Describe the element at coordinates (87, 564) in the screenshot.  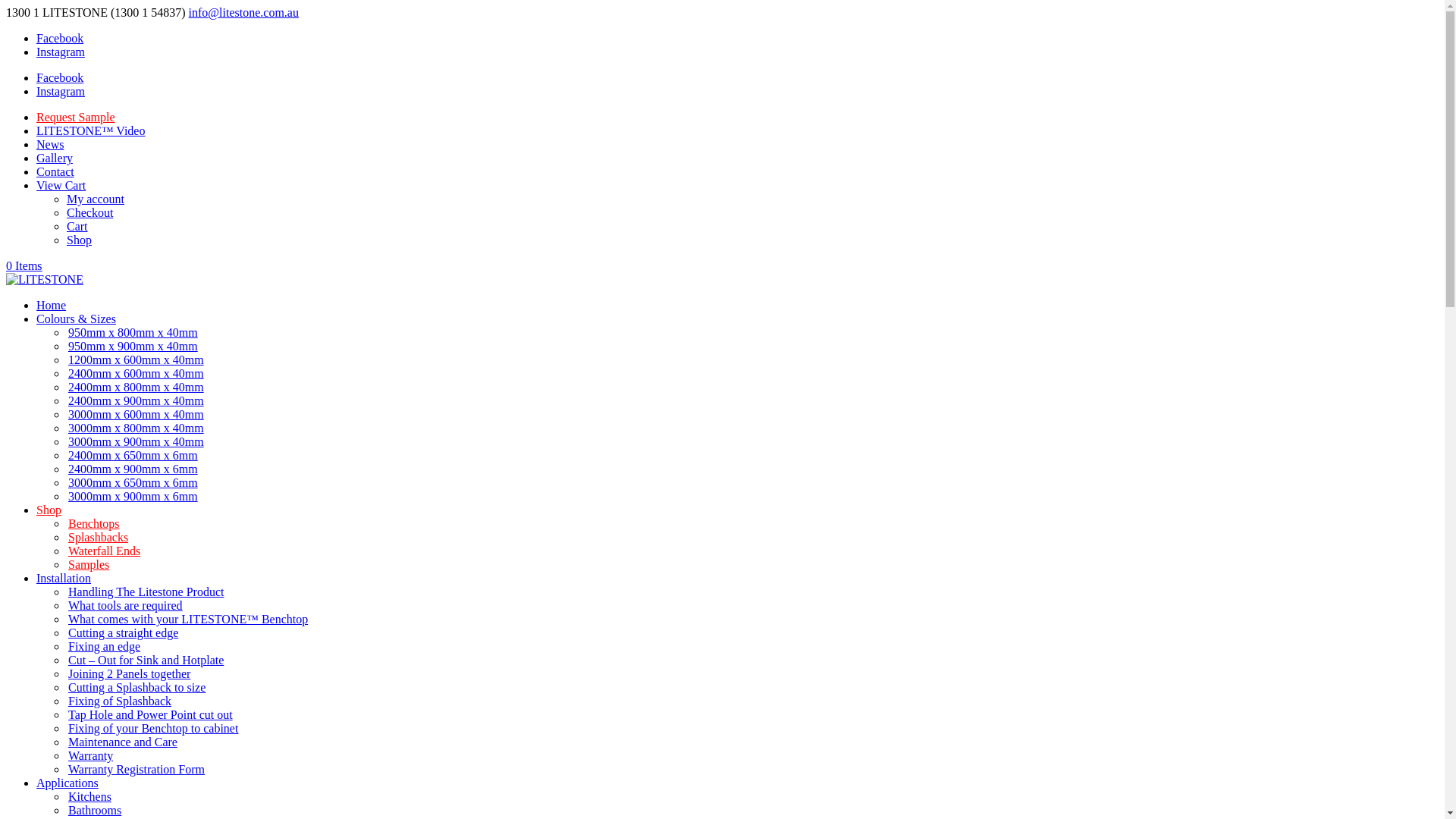
I see `'Samples'` at that location.